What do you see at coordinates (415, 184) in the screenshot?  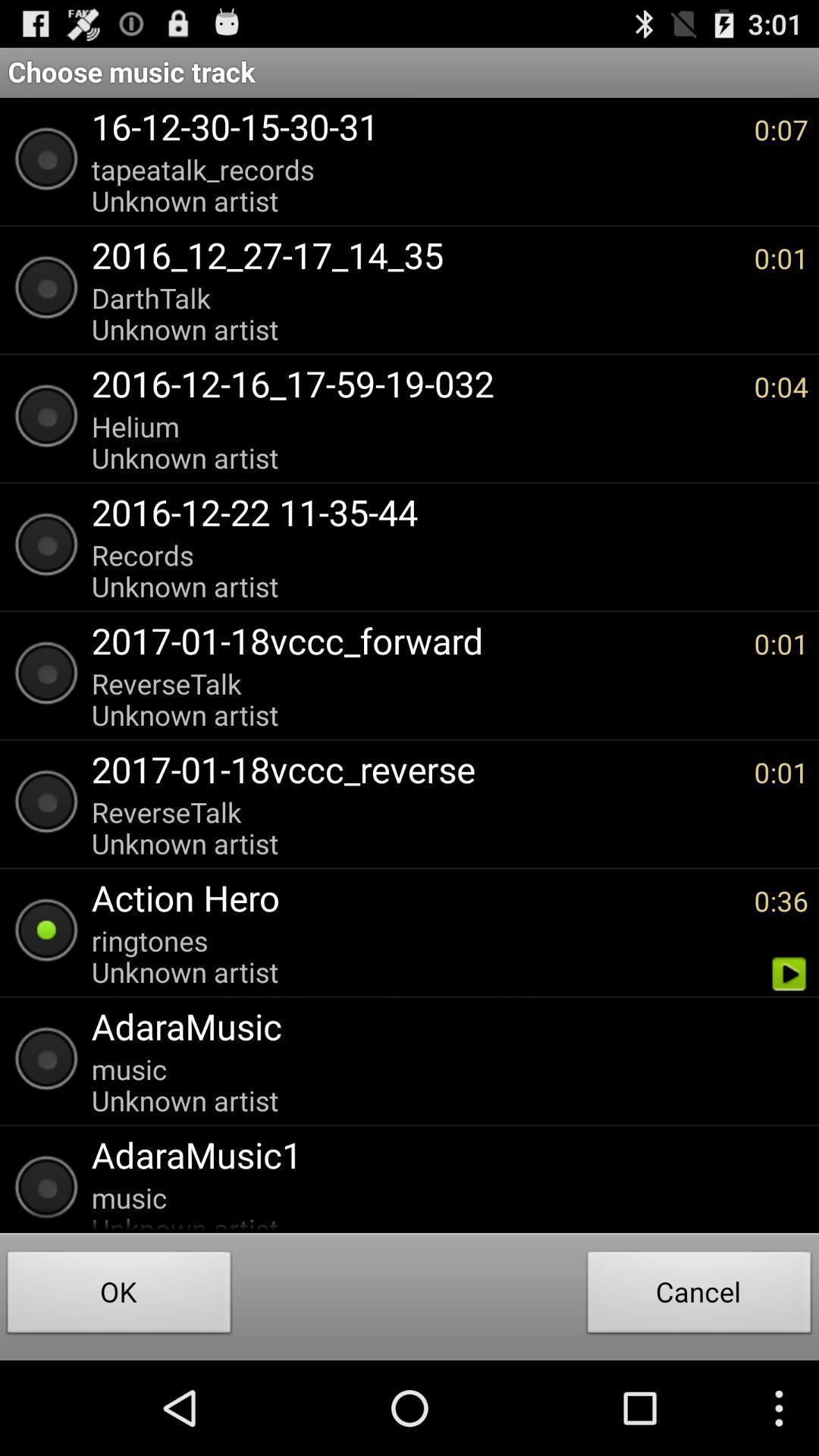 I see `tapeatalk_records` at bounding box center [415, 184].